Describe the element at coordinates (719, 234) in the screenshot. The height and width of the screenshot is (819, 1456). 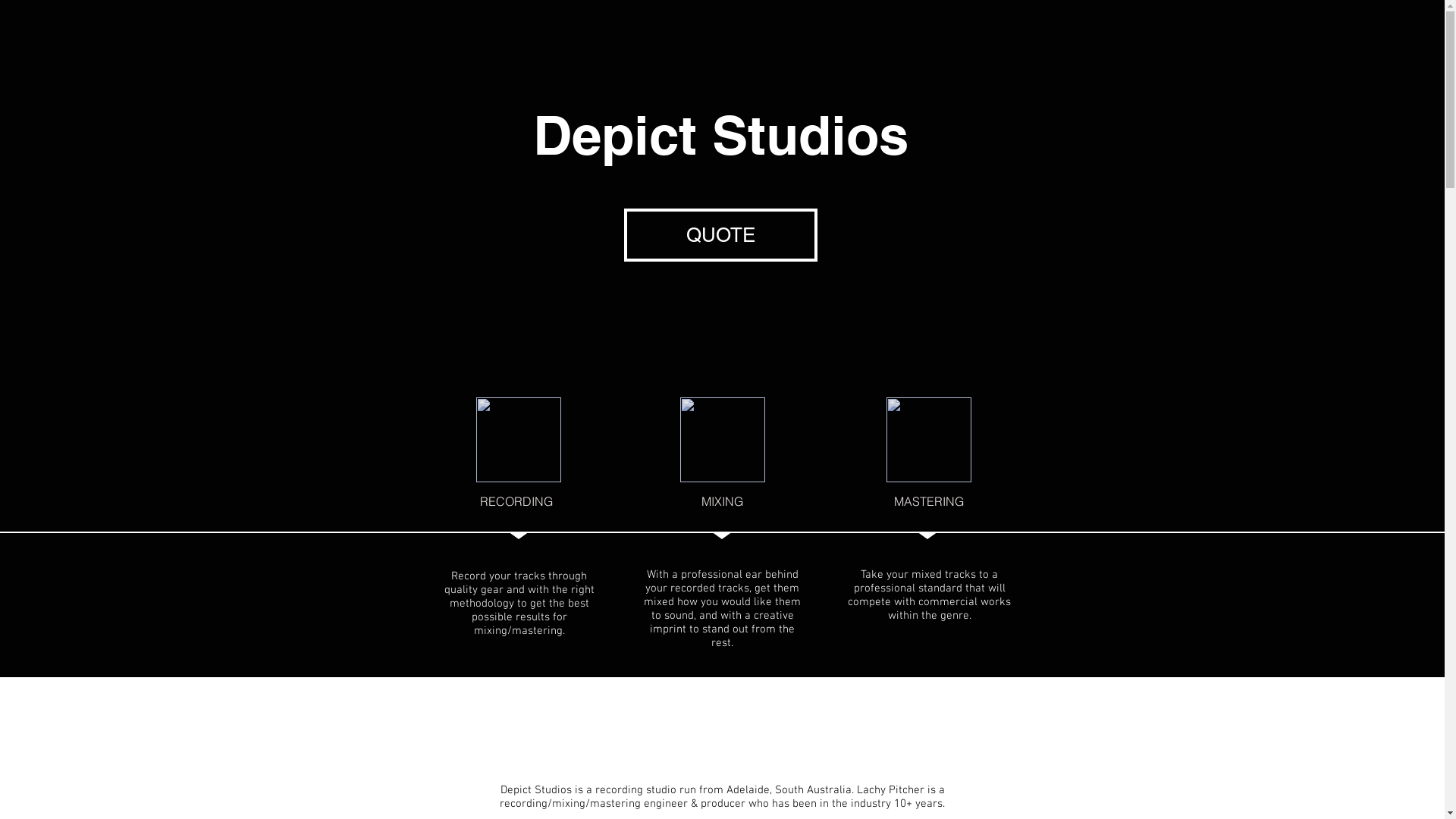
I see `'QUOTE'` at that location.